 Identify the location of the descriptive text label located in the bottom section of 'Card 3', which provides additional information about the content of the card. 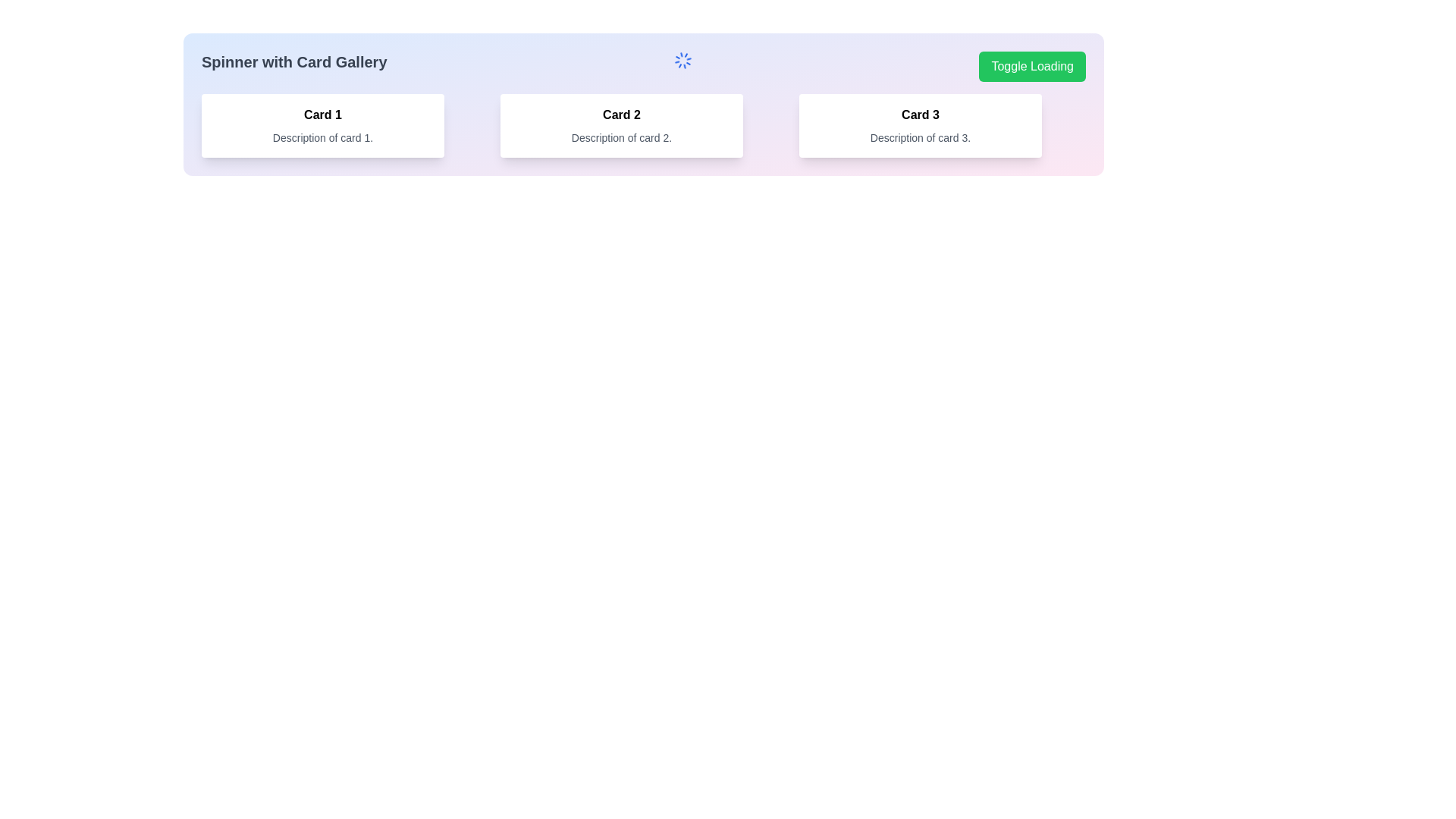
(920, 137).